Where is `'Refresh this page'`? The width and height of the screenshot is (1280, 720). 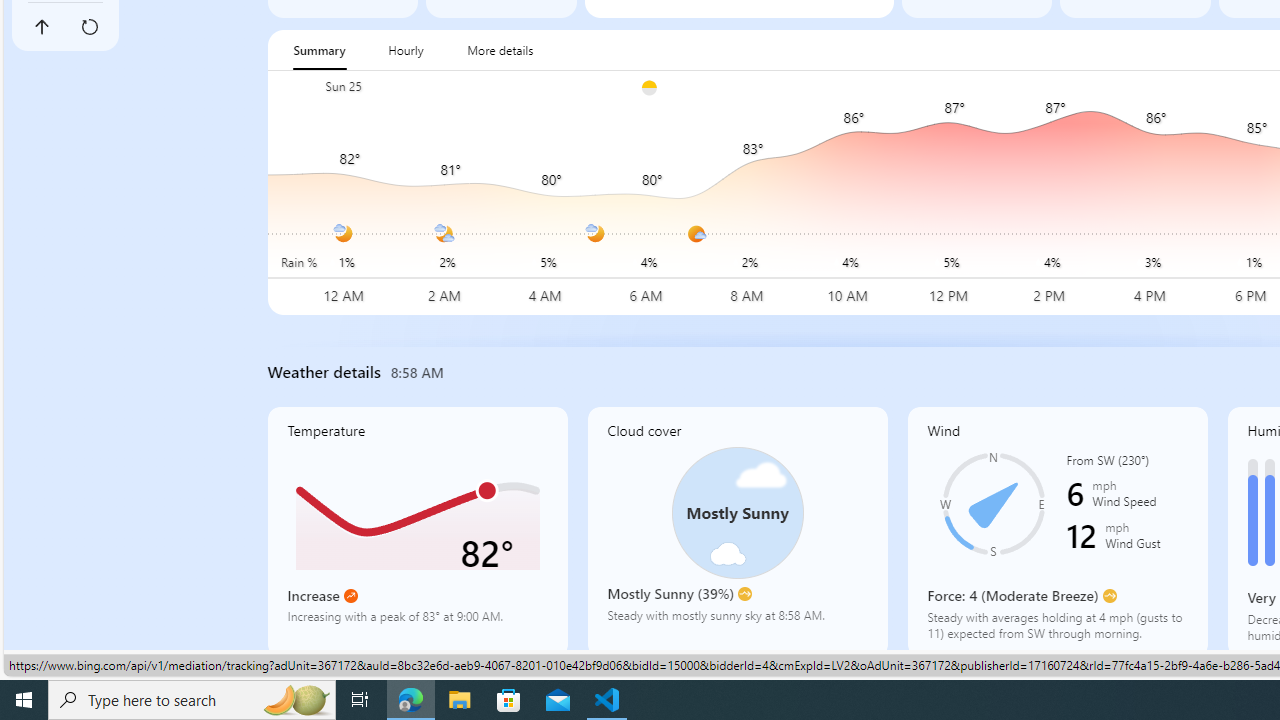 'Refresh this page' is located at coordinates (88, 27).